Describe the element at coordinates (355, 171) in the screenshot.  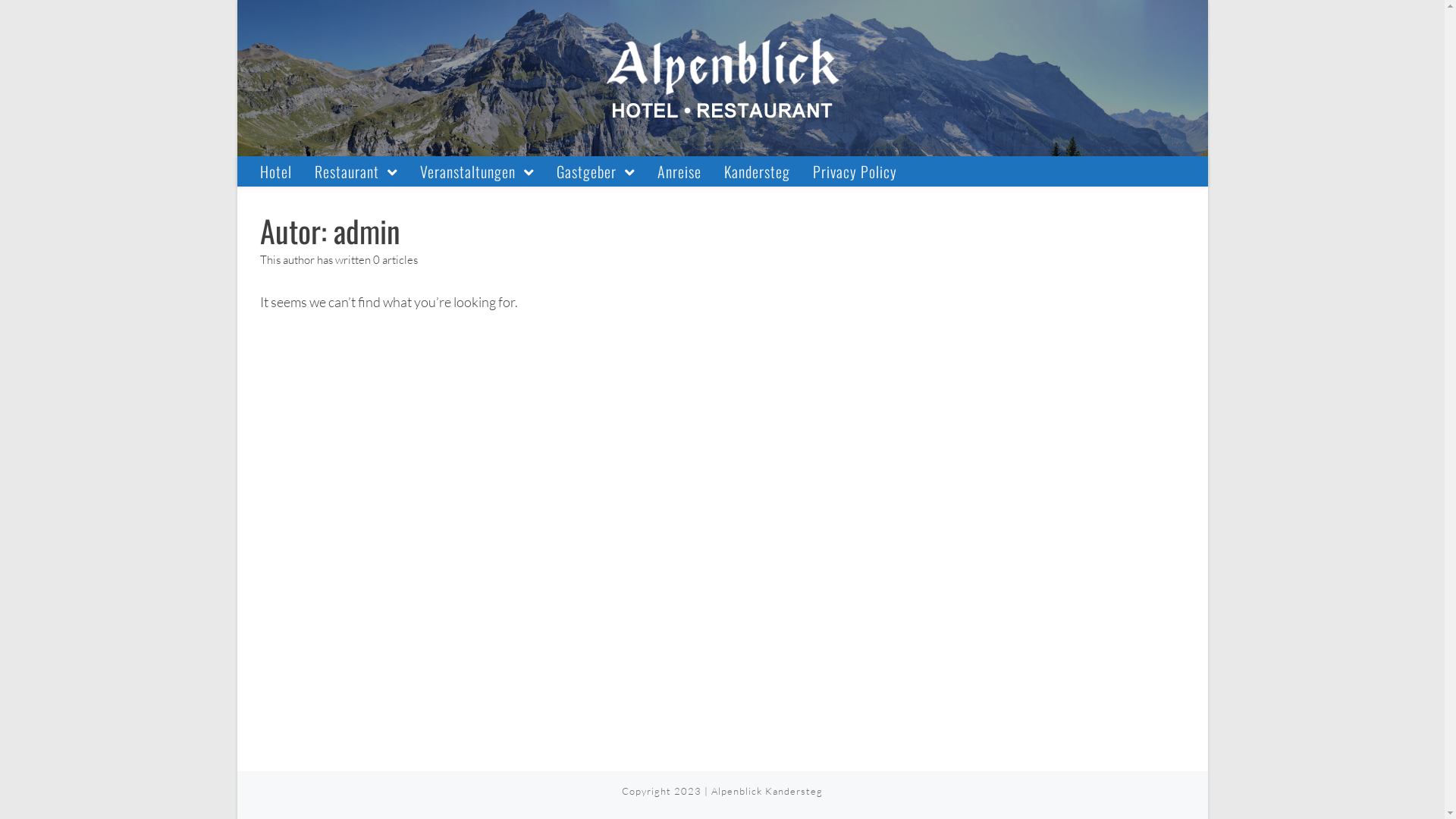
I see `'Restaurant'` at that location.